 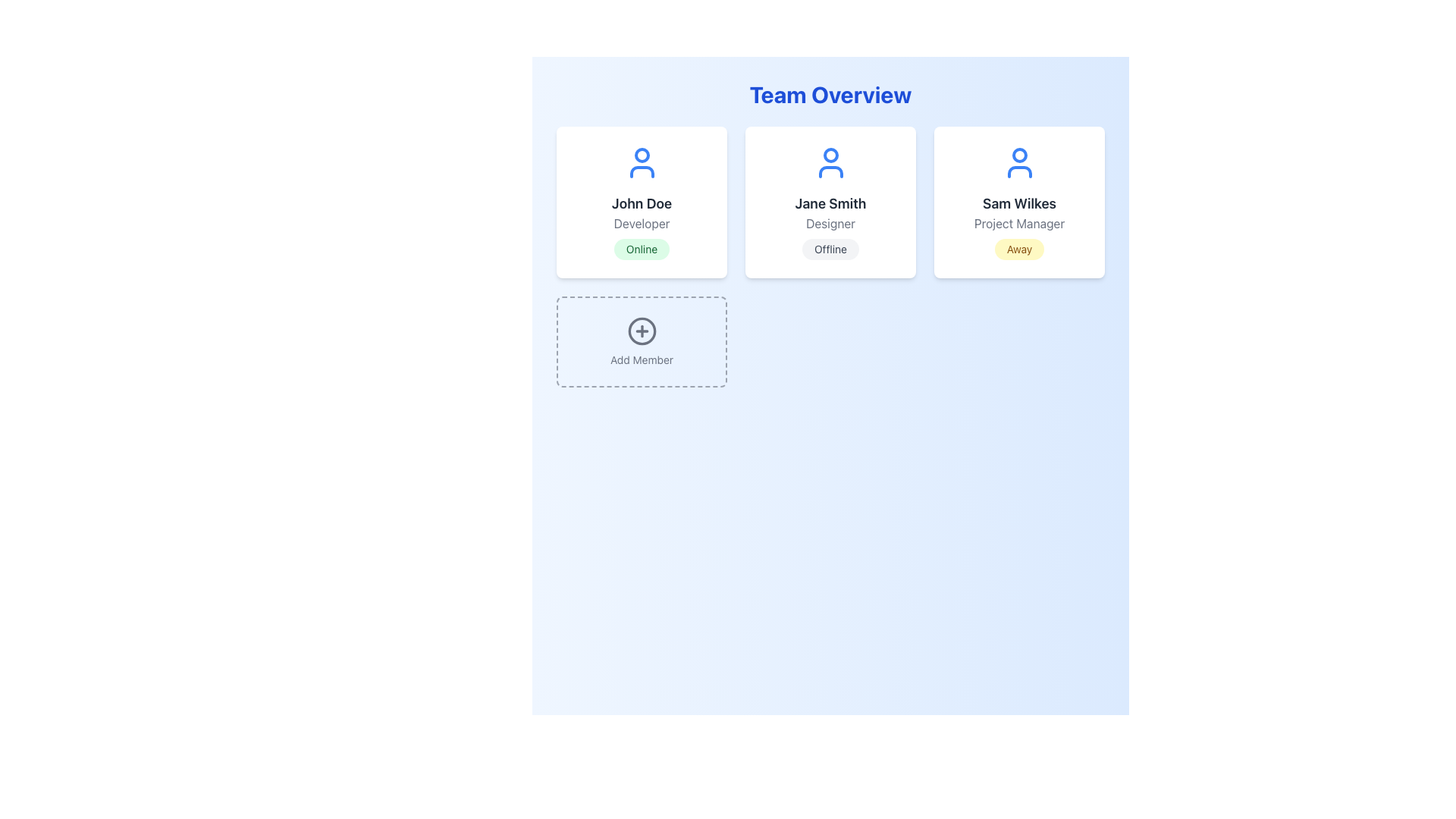 I want to click on the graphical component representing the user's profile avatar, located in the second user profile card labeled 'Jane Smith - Designer' with 'Offline' status, so click(x=830, y=171).